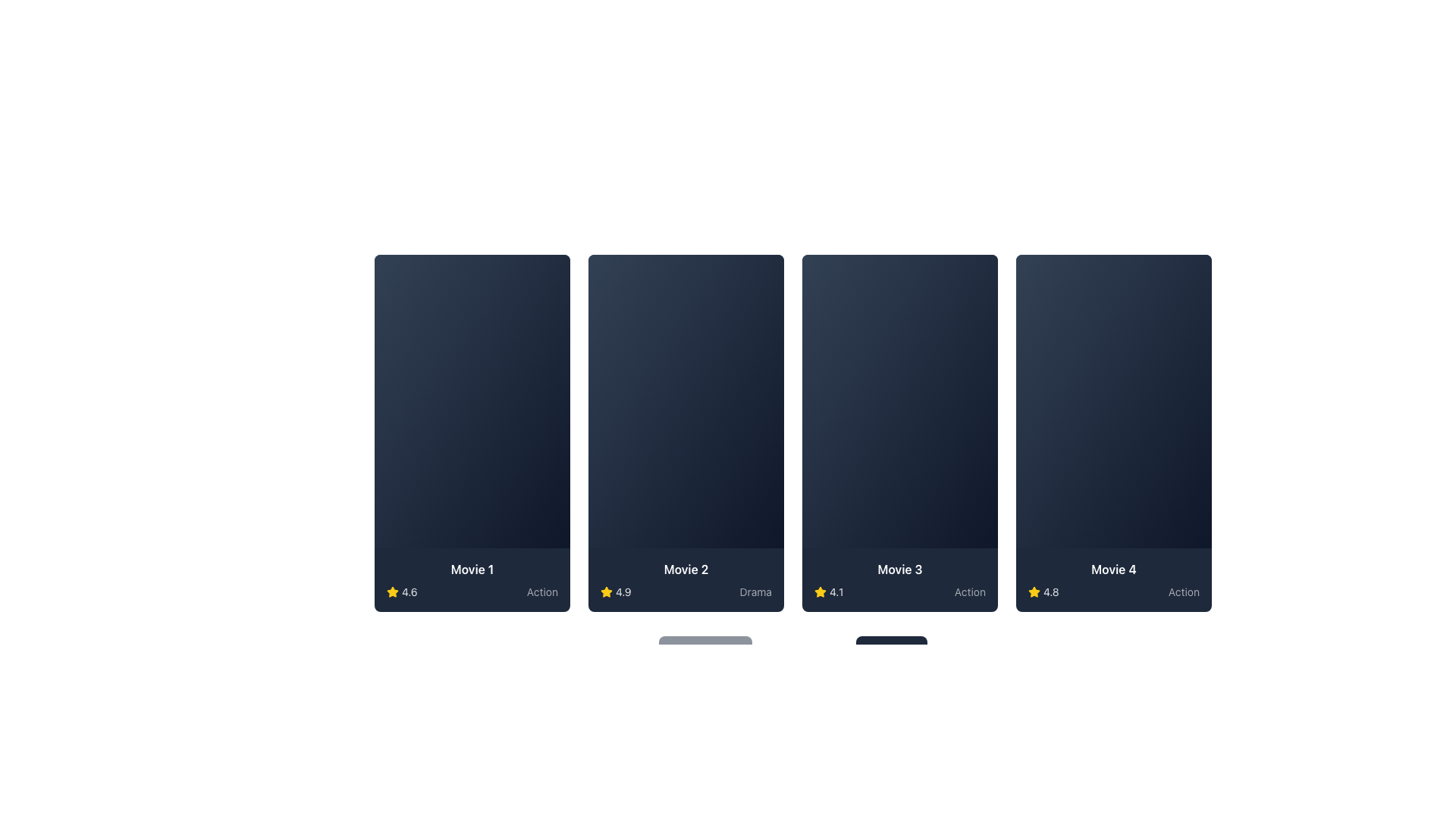 The height and width of the screenshot is (819, 1456). Describe the element at coordinates (755, 591) in the screenshot. I see `the text label indicating the genre of the movie displayed in the card labeled 'Movie 2', located at the bottom-right corner adjacent to the rating '4.9' and the star icon` at that location.